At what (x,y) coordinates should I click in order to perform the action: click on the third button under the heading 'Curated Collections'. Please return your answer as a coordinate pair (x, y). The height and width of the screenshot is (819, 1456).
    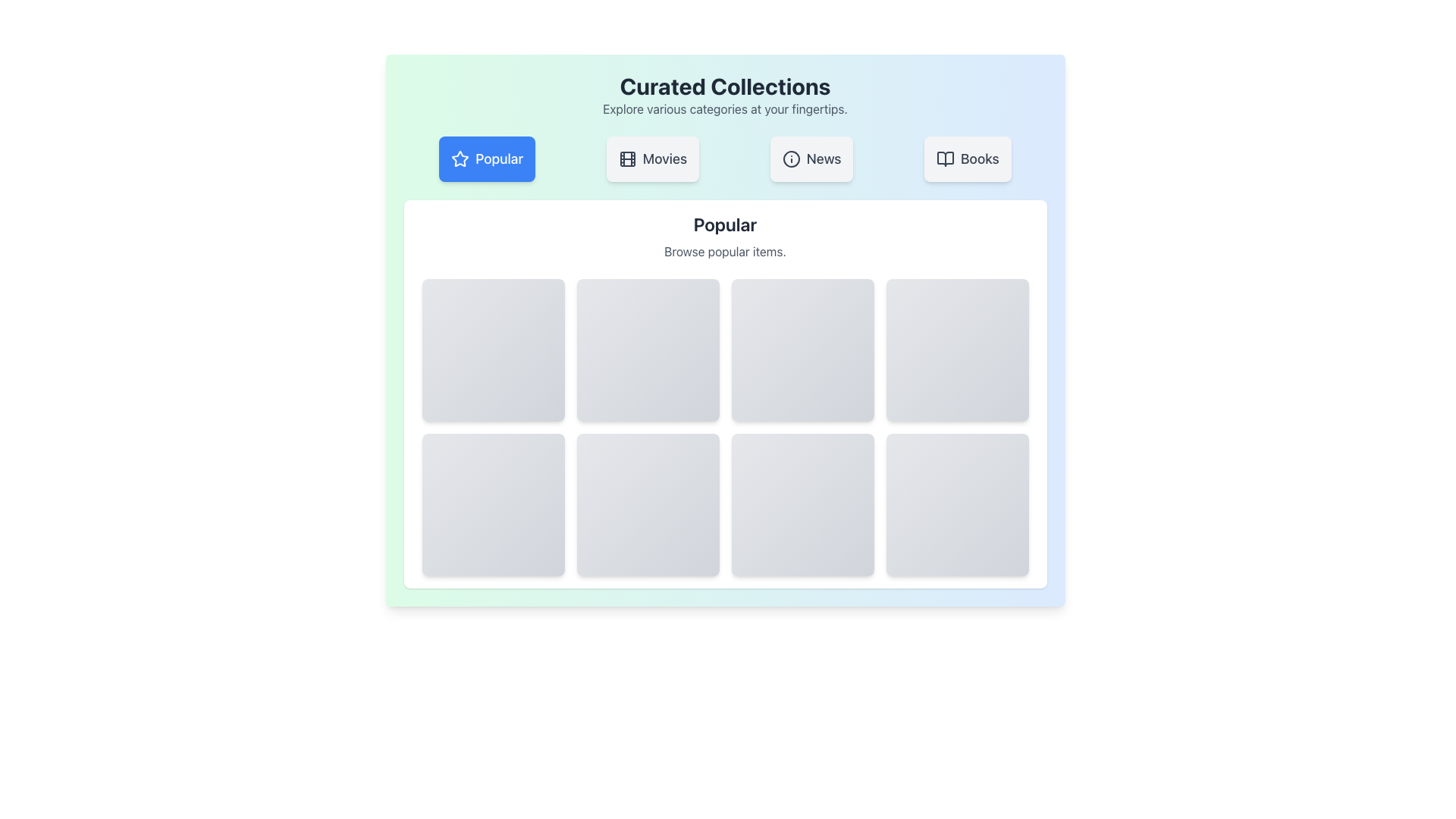
    Looking at the image, I should click on (811, 158).